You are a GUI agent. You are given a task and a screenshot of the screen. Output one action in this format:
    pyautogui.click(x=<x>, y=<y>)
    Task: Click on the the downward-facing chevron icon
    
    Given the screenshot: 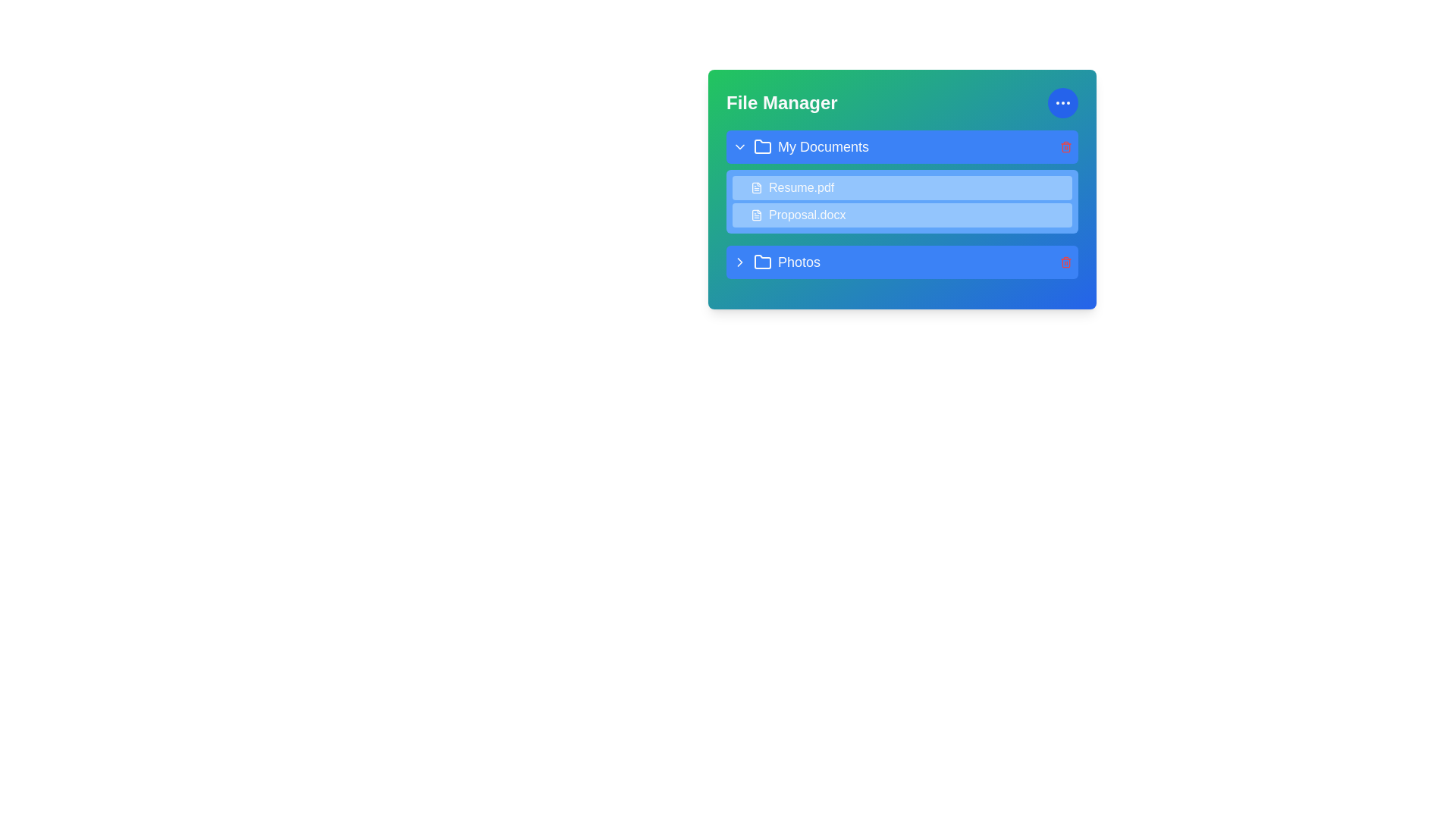 What is the action you would take?
    pyautogui.click(x=739, y=146)
    